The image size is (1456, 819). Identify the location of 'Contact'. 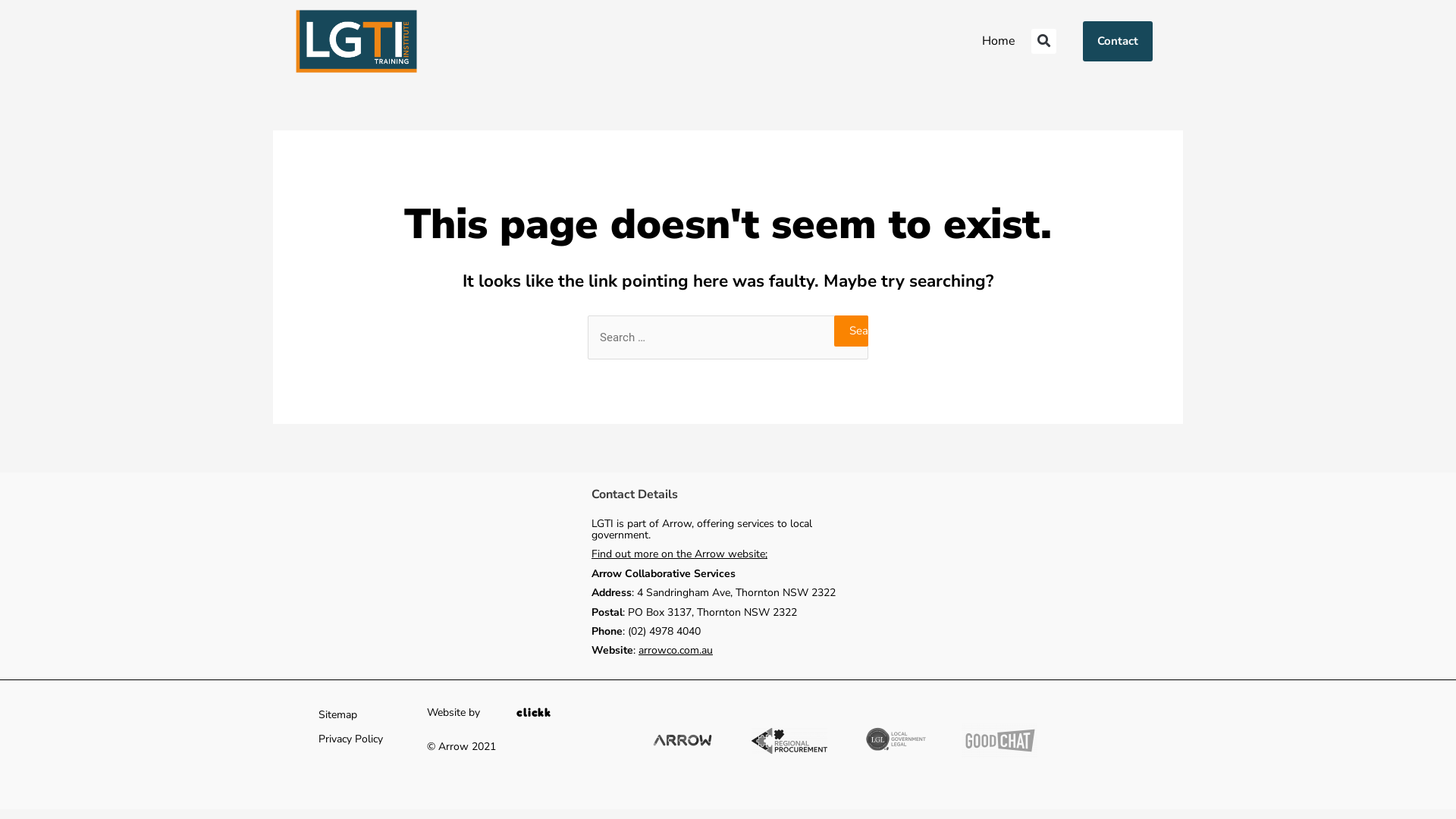
(1117, 40).